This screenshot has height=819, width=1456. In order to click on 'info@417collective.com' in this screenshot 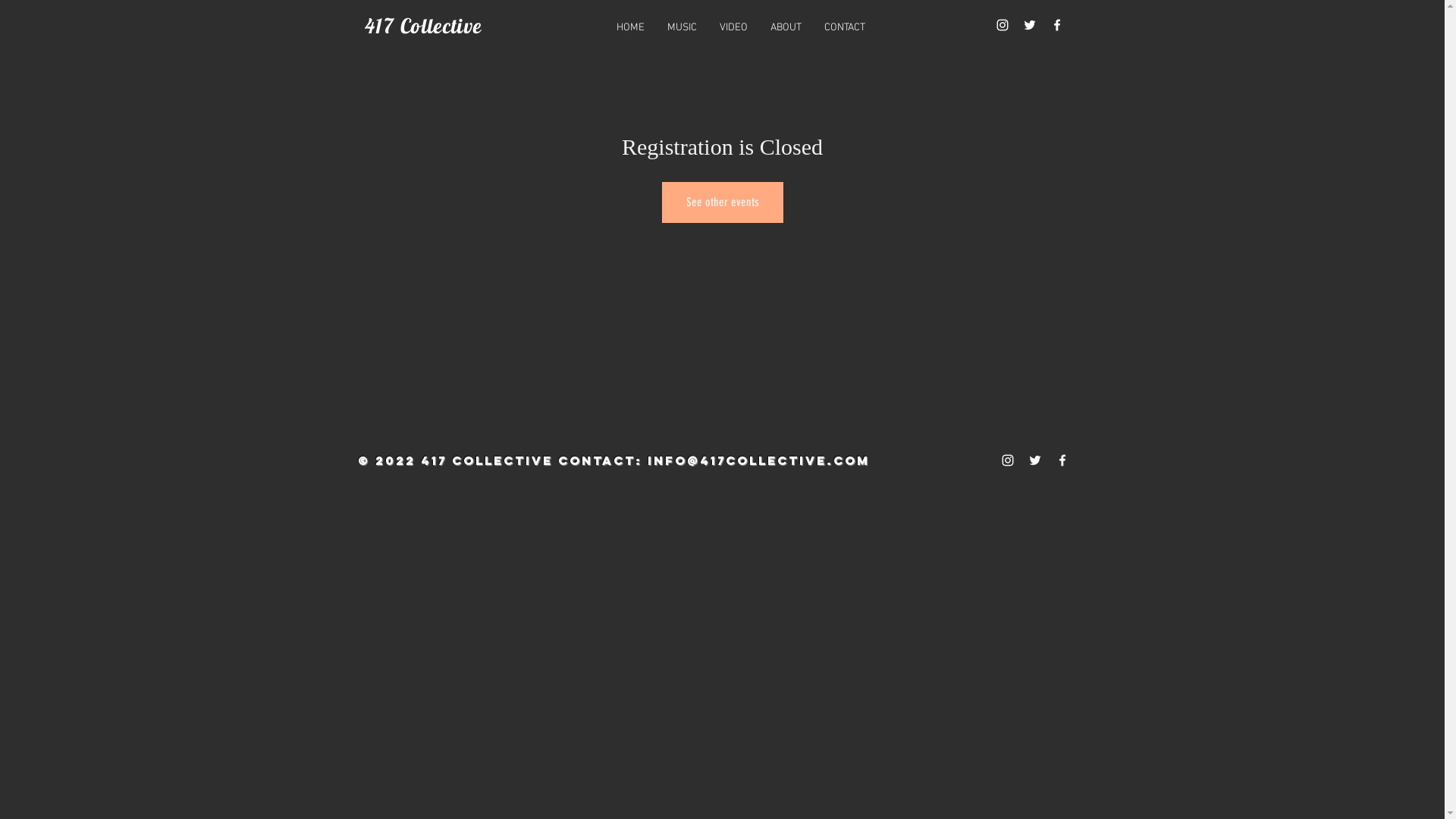, I will do `click(758, 459)`.